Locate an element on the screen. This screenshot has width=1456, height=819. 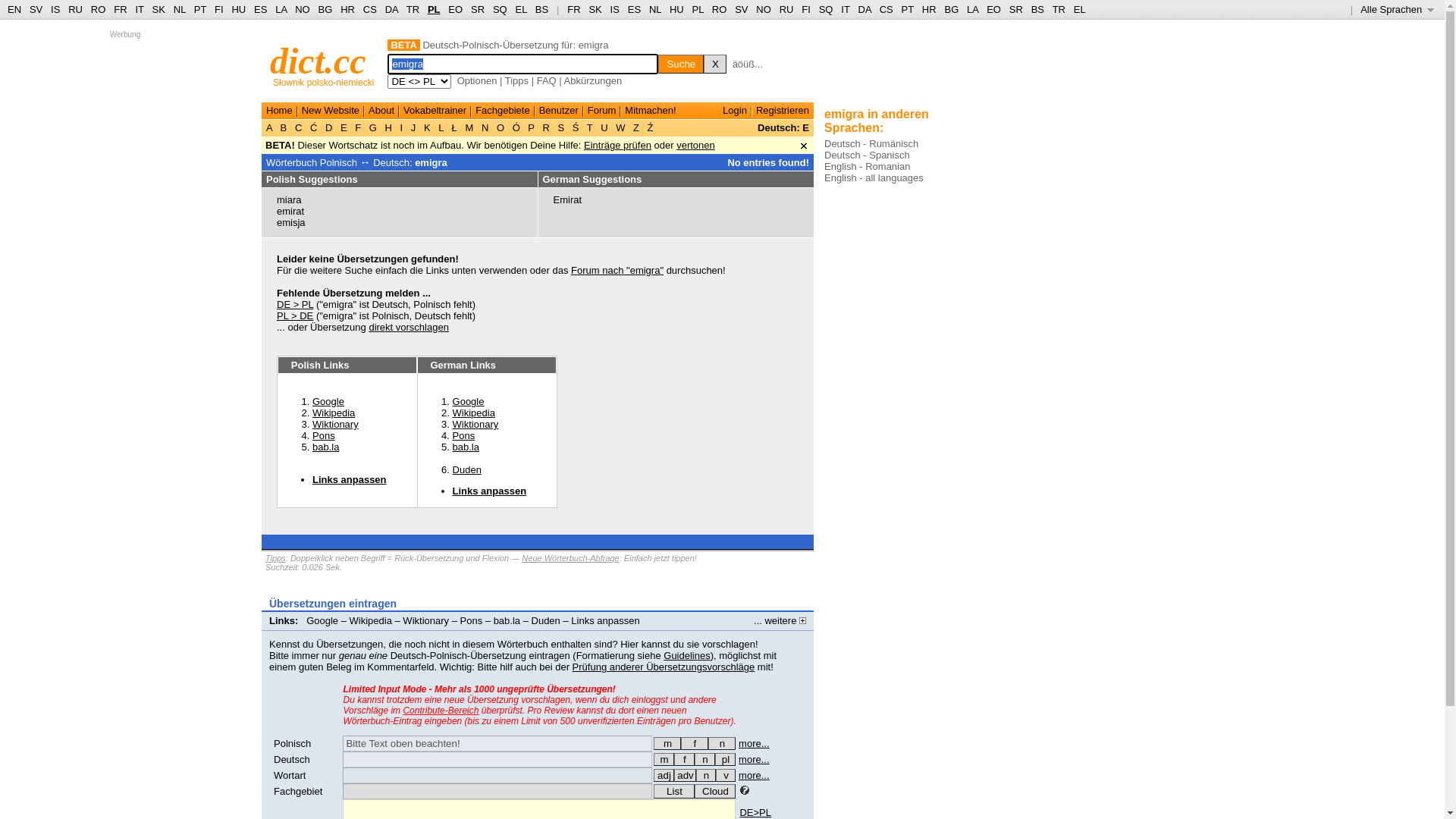
'D' is located at coordinates (328, 127).